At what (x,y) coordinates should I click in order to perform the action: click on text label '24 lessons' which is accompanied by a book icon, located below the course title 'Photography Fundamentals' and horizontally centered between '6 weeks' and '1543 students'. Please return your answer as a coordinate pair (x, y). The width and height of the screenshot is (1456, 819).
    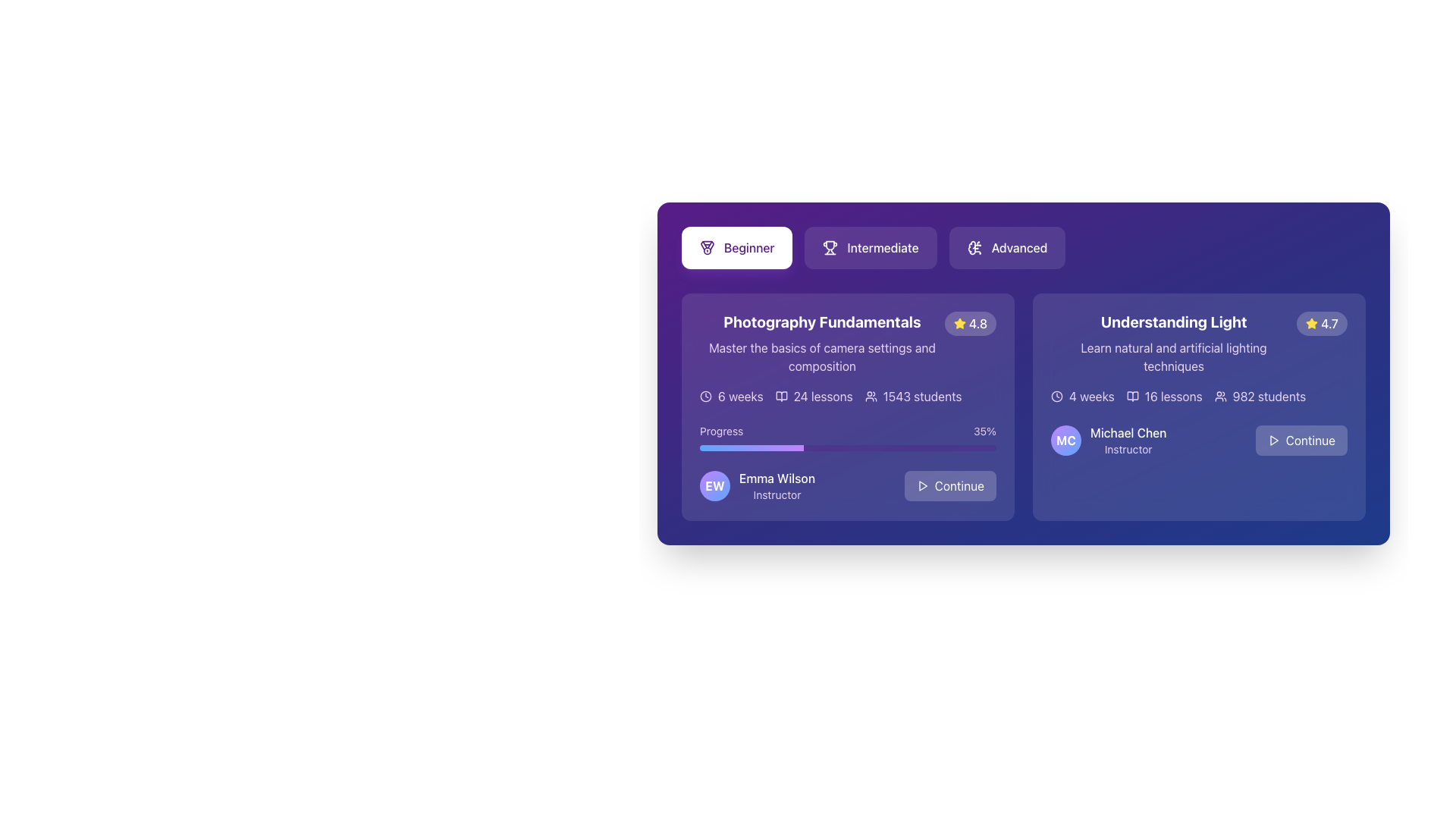
    Looking at the image, I should click on (813, 396).